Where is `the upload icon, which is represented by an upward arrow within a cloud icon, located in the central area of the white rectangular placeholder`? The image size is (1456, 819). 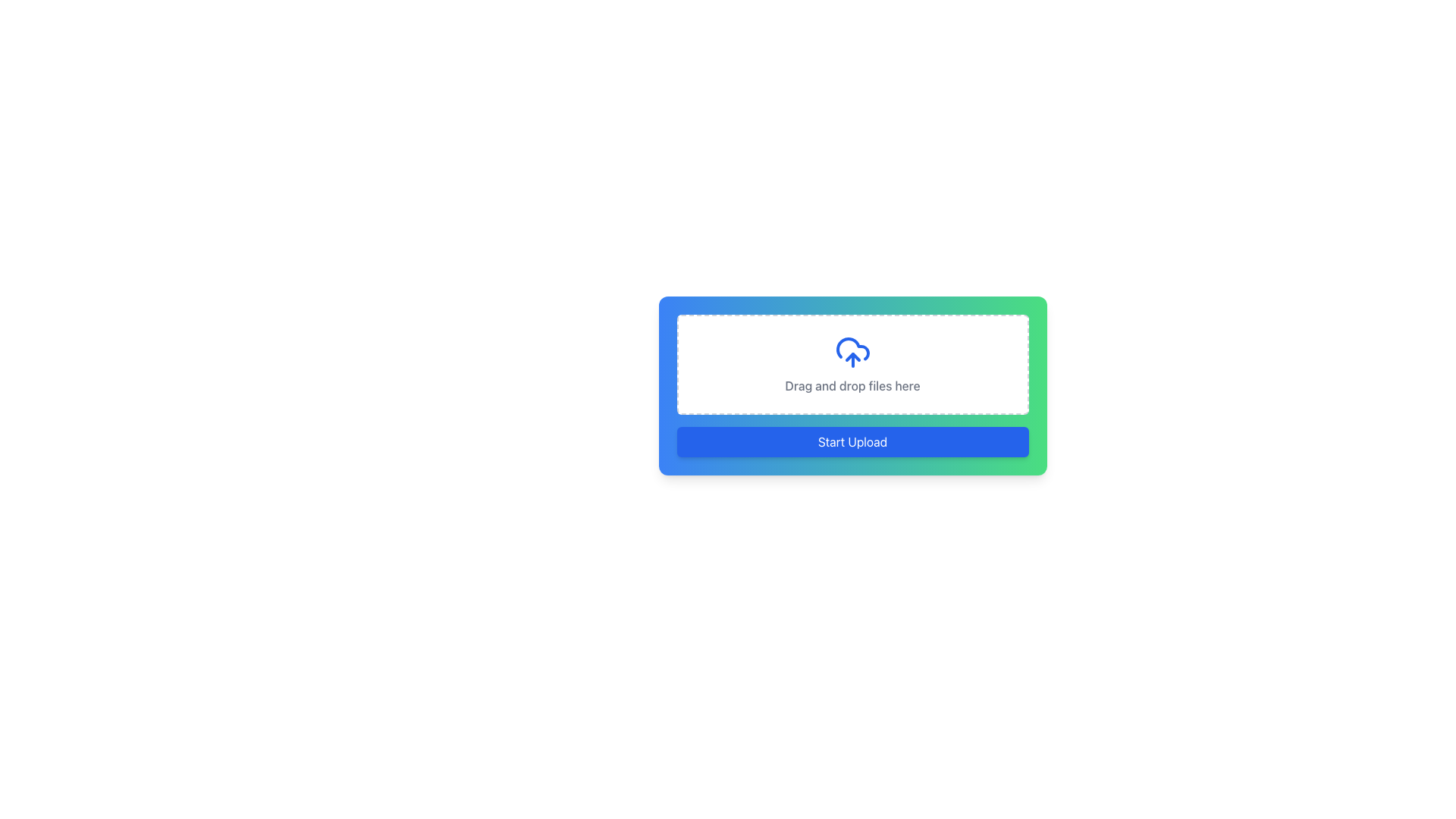 the upload icon, which is represented by an upward arrow within a cloud icon, located in the central area of the white rectangular placeholder is located at coordinates (852, 356).